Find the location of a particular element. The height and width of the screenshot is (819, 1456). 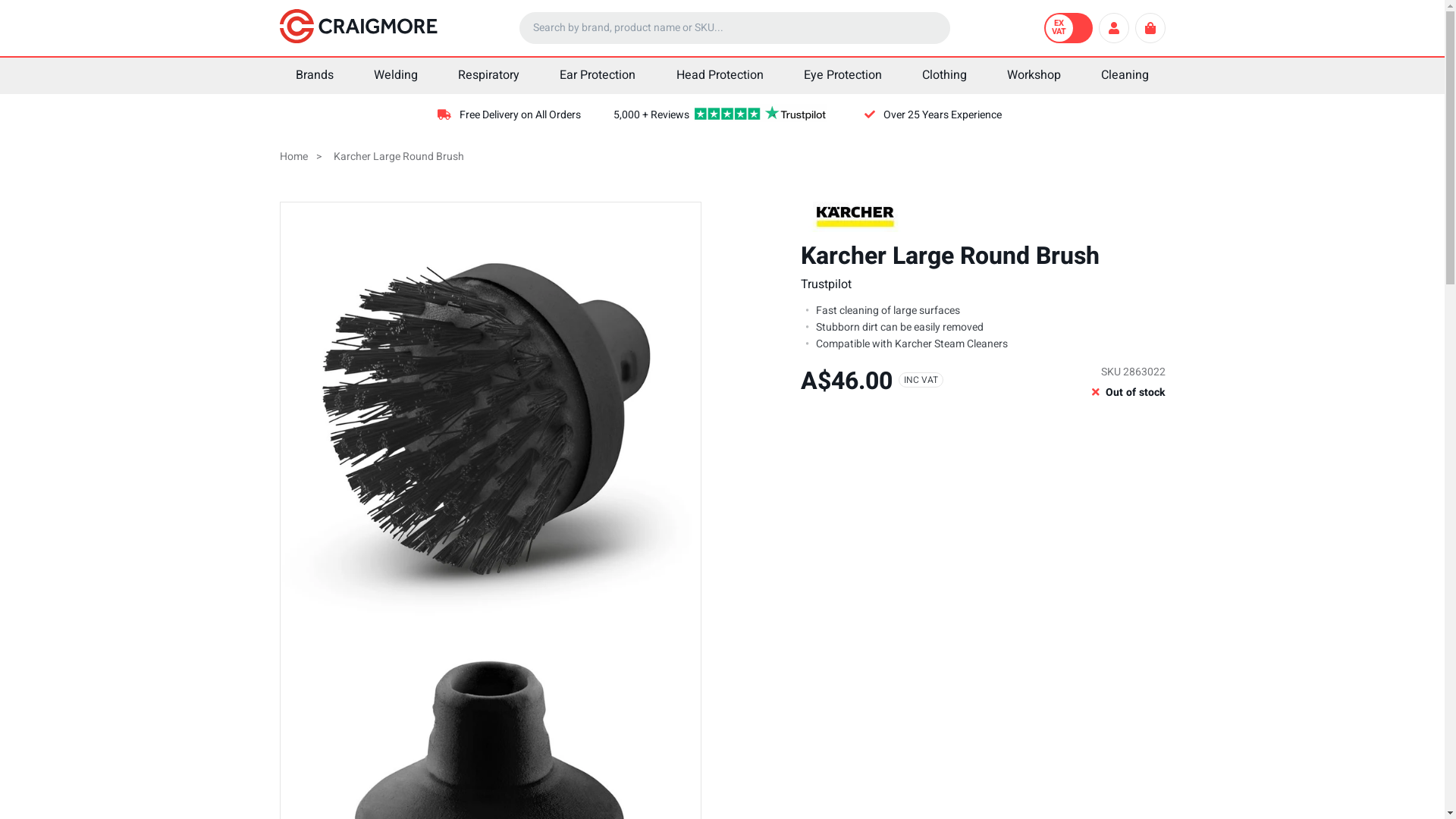

'Clothing' is located at coordinates (943, 76).